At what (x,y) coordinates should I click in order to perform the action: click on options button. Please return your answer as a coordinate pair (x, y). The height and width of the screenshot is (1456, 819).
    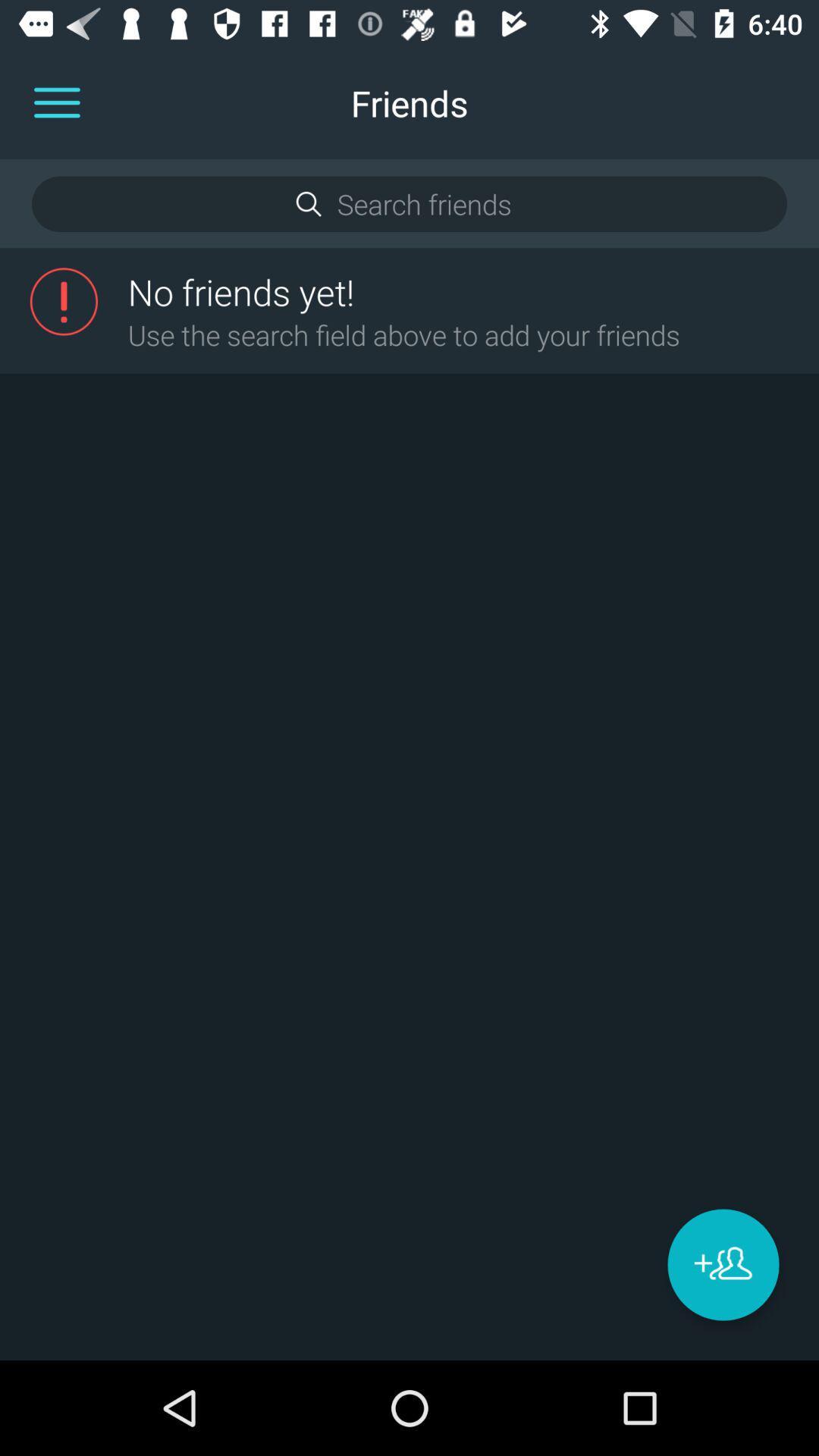
    Looking at the image, I should click on (56, 102).